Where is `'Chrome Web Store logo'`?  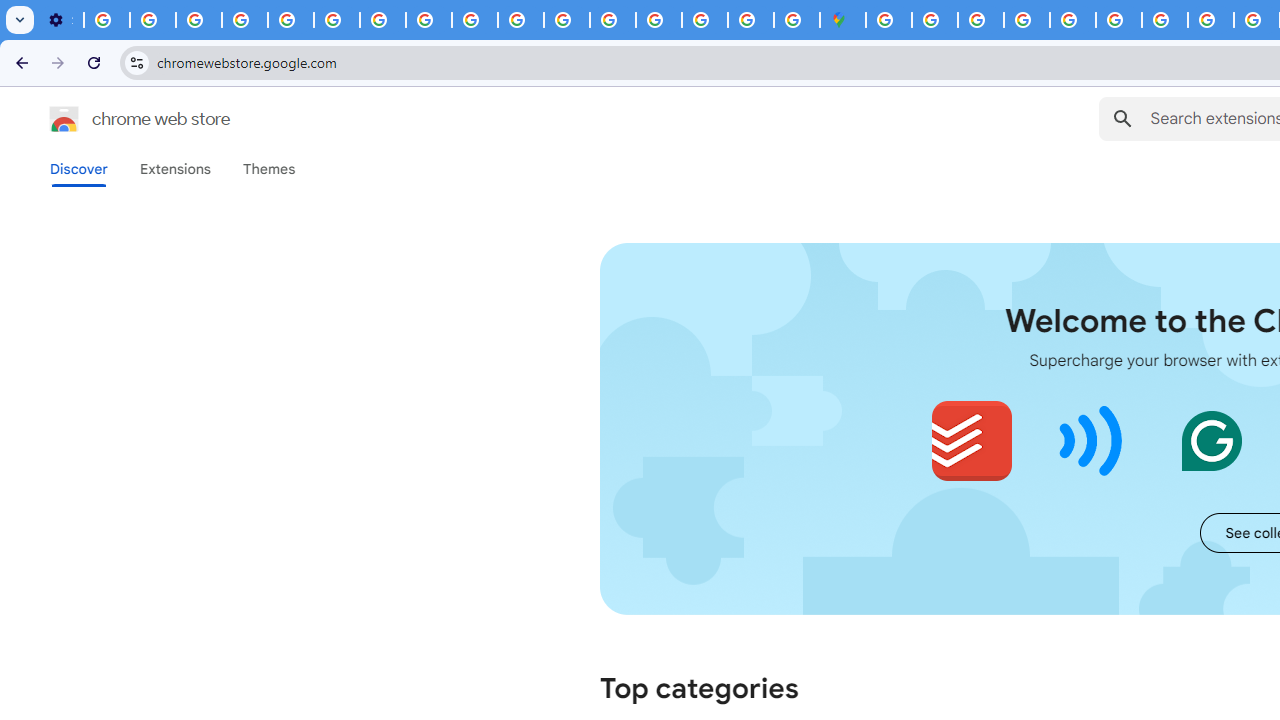 'Chrome Web Store logo' is located at coordinates (64, 119).